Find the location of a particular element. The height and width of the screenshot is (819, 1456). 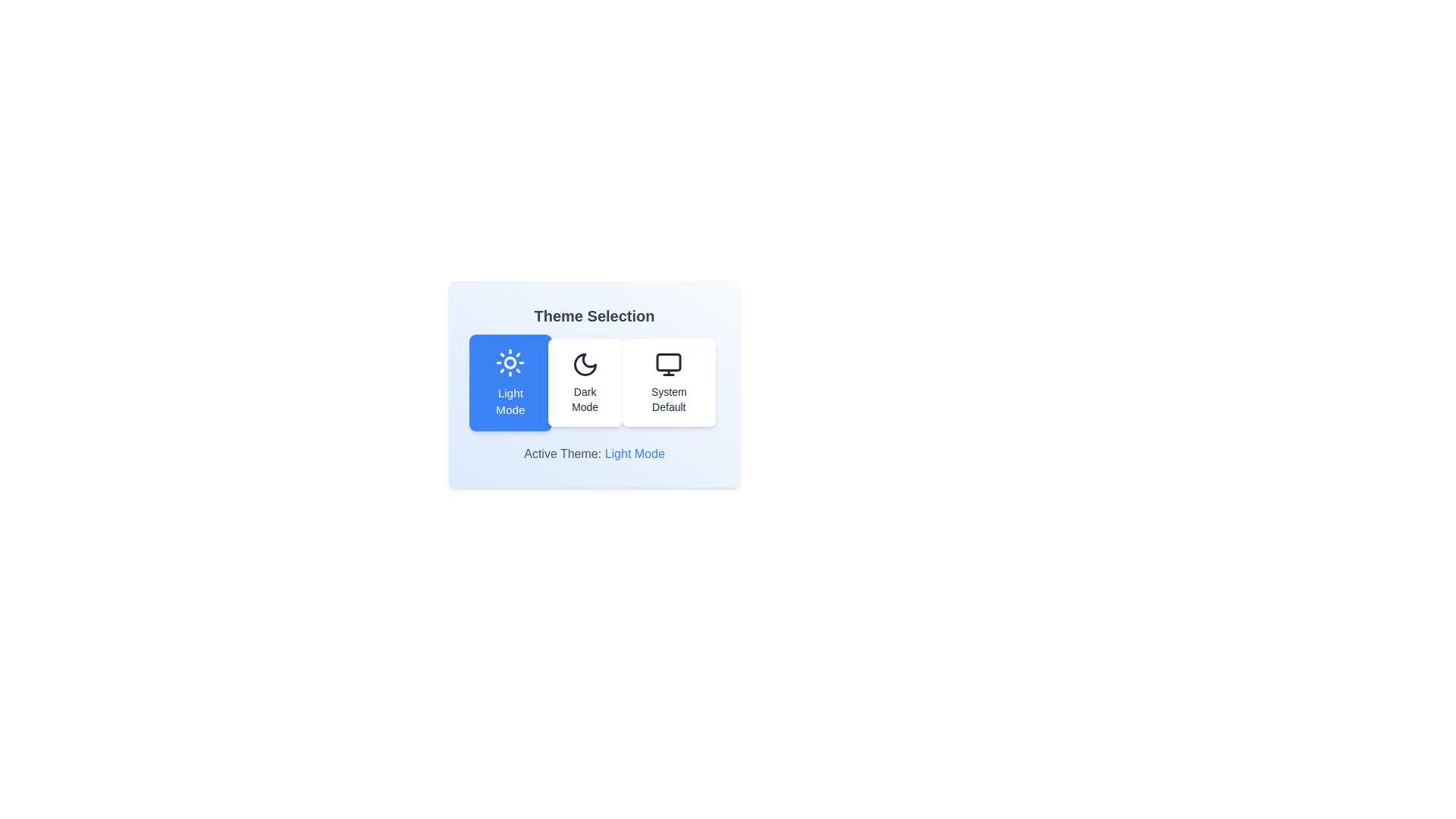

the button corresponding to the theme Light Mode is located at coordinates (510, 382).